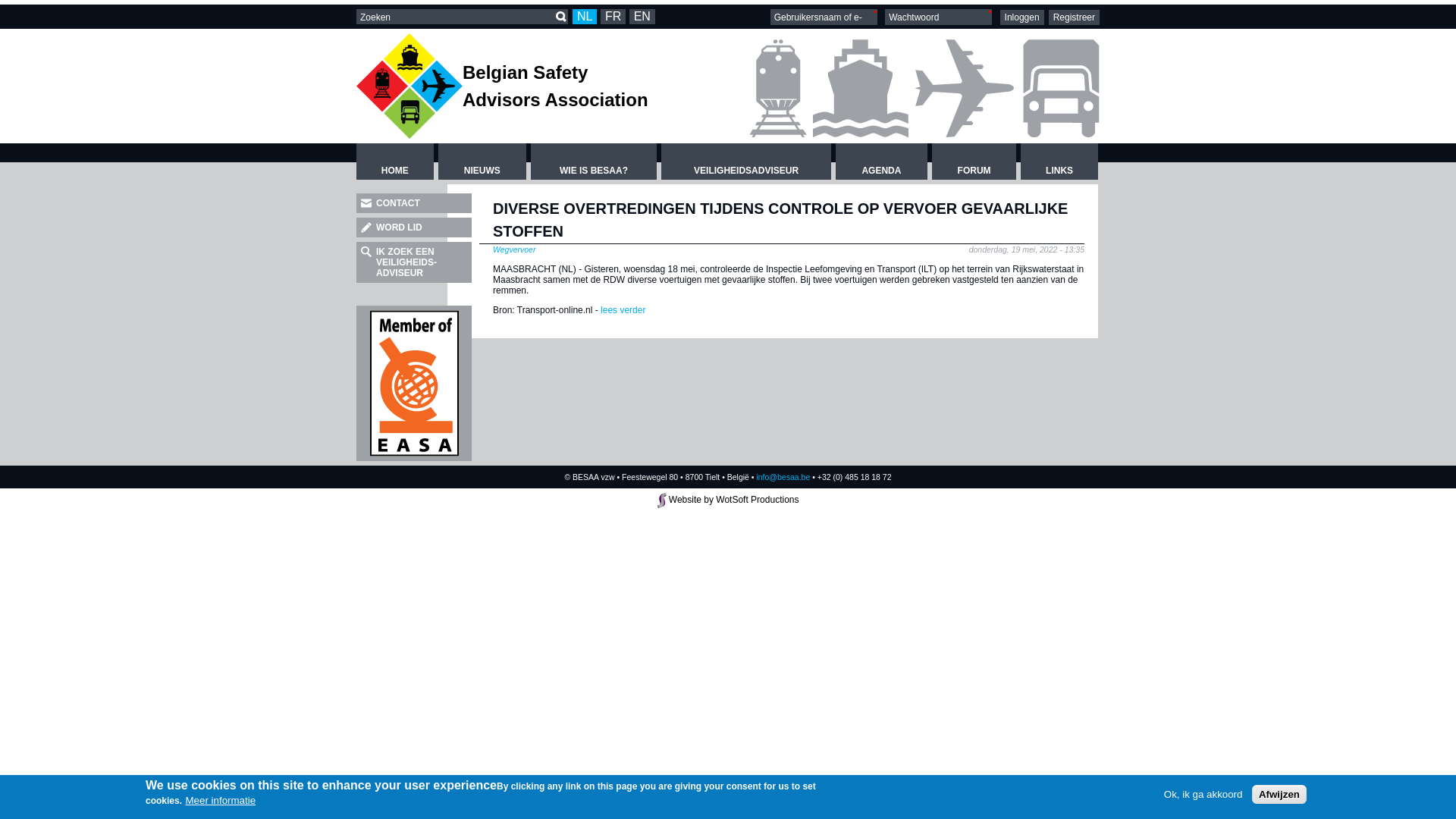  What do you see at coordinates (756, 475) in the screenshot?
I see `'info@besaa.be'` at bounding box center [756, 475].